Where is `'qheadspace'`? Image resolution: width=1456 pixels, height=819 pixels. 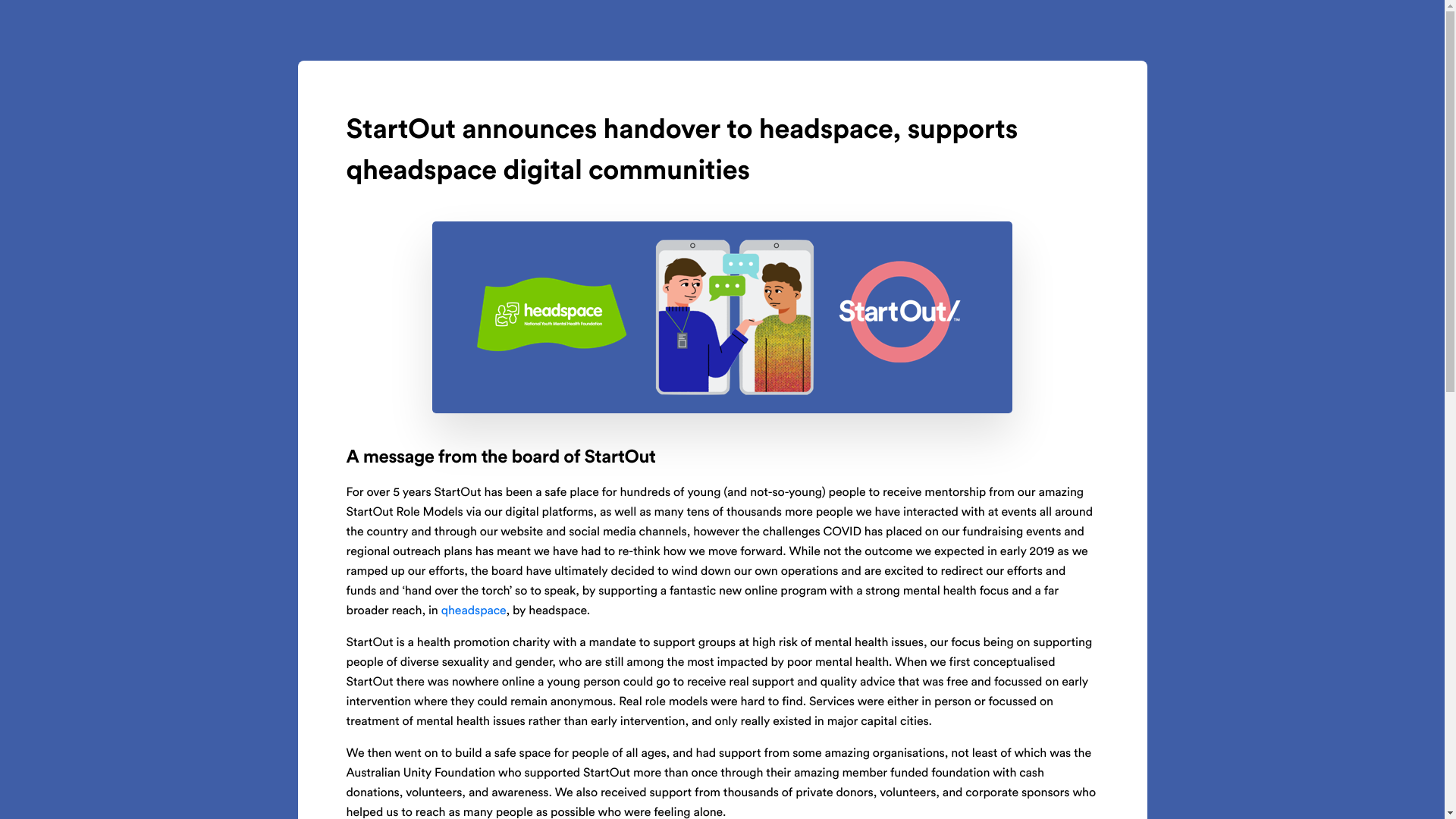
'qheadspace' is located at coordinates (440, 610).